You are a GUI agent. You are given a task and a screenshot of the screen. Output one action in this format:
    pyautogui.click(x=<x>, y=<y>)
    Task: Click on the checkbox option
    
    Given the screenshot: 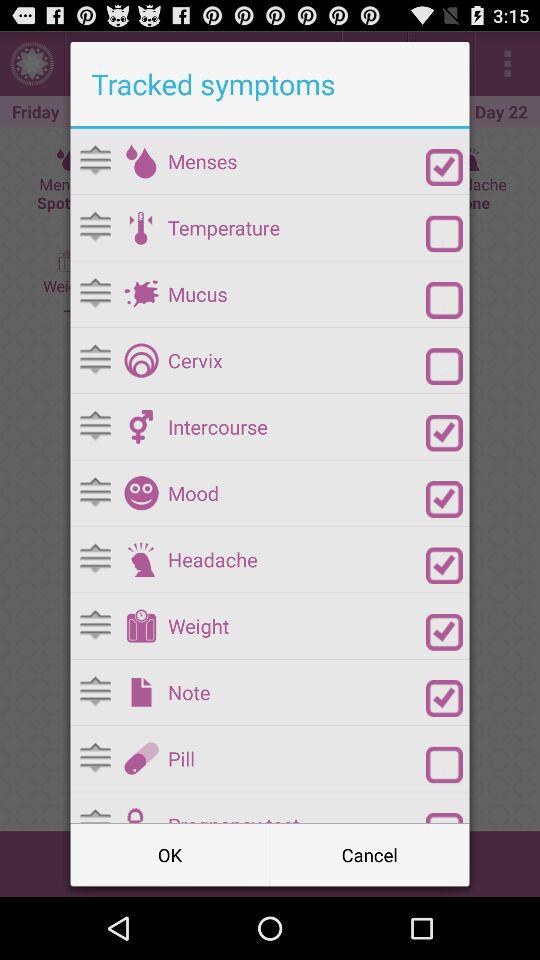 What is the action you would take?
    pyautogui.click(x=444, y=233)
    